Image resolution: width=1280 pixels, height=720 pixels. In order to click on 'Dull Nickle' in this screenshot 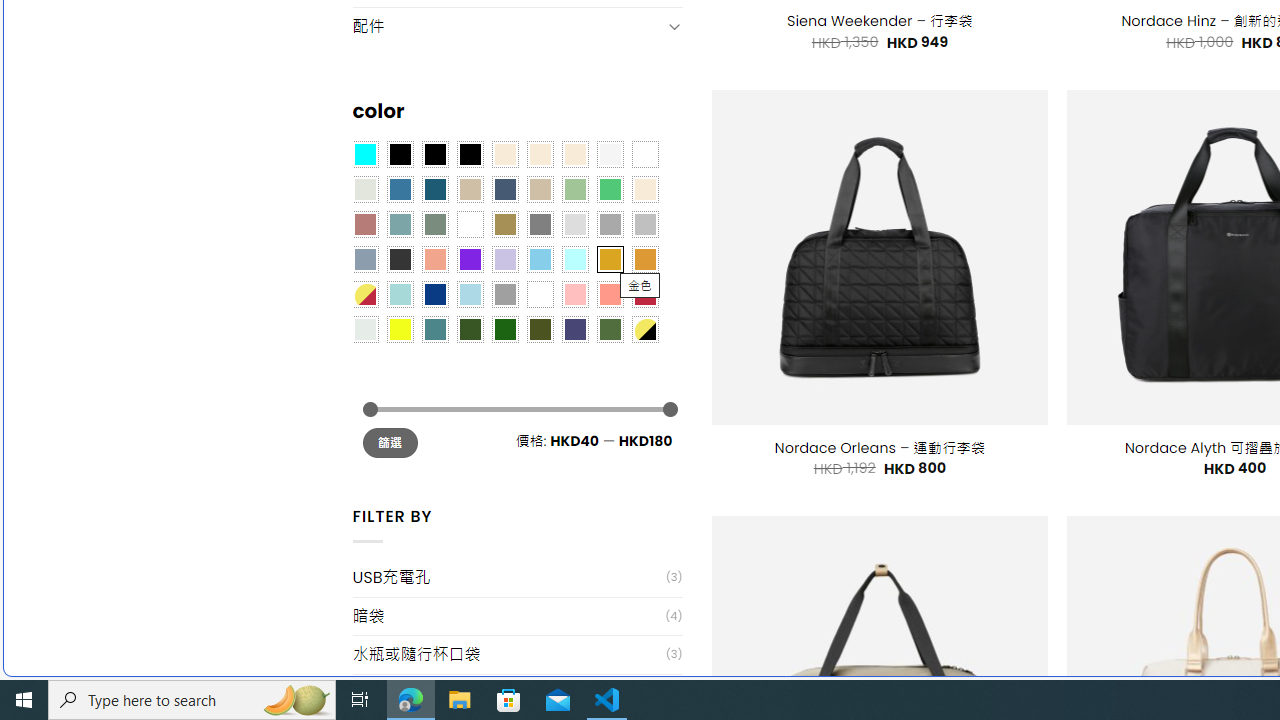, I will do `click(364, 328)`.